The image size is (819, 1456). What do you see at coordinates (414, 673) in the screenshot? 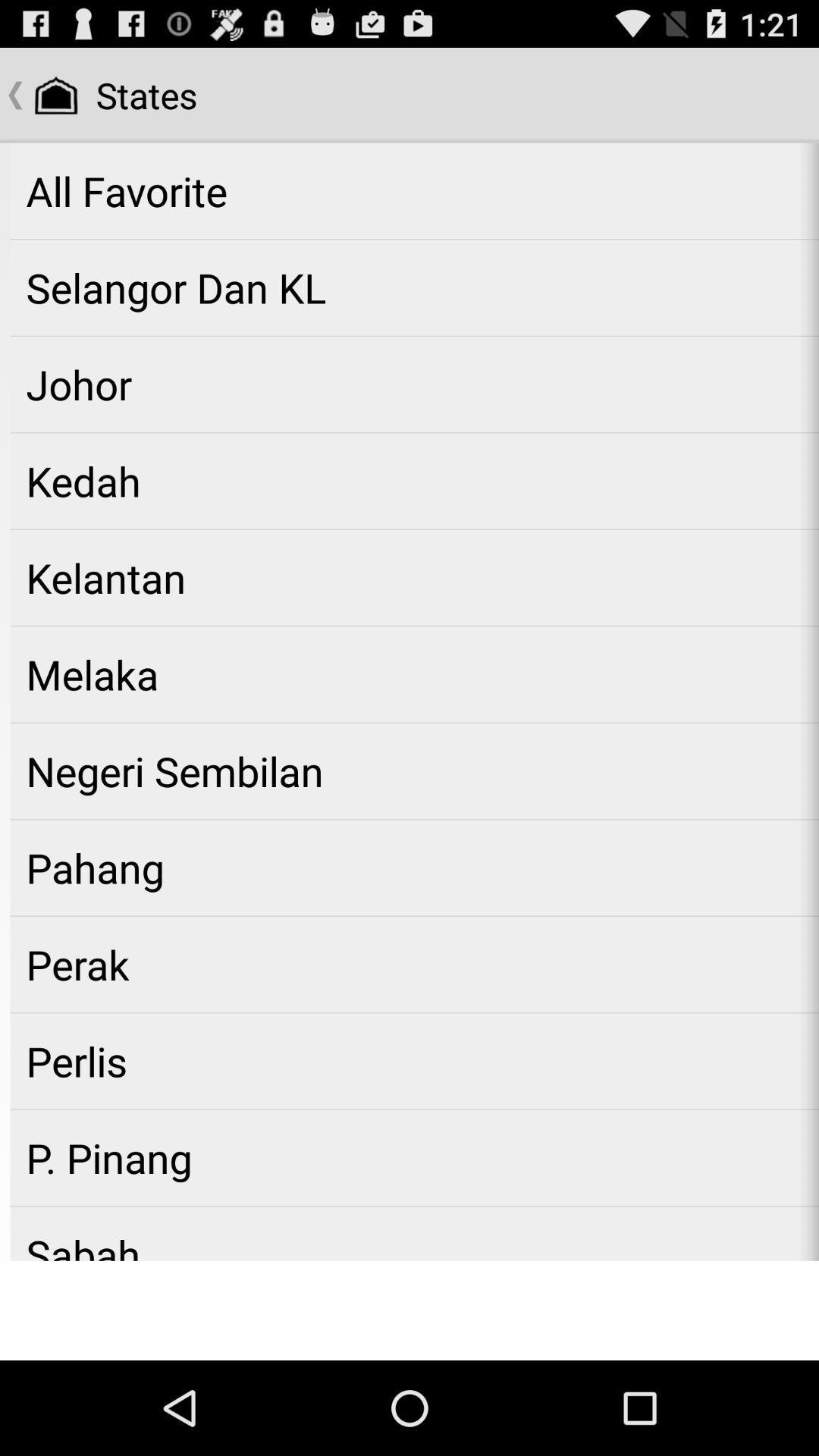
I see `the item below the kelantan` at bounding box center [414, 673].